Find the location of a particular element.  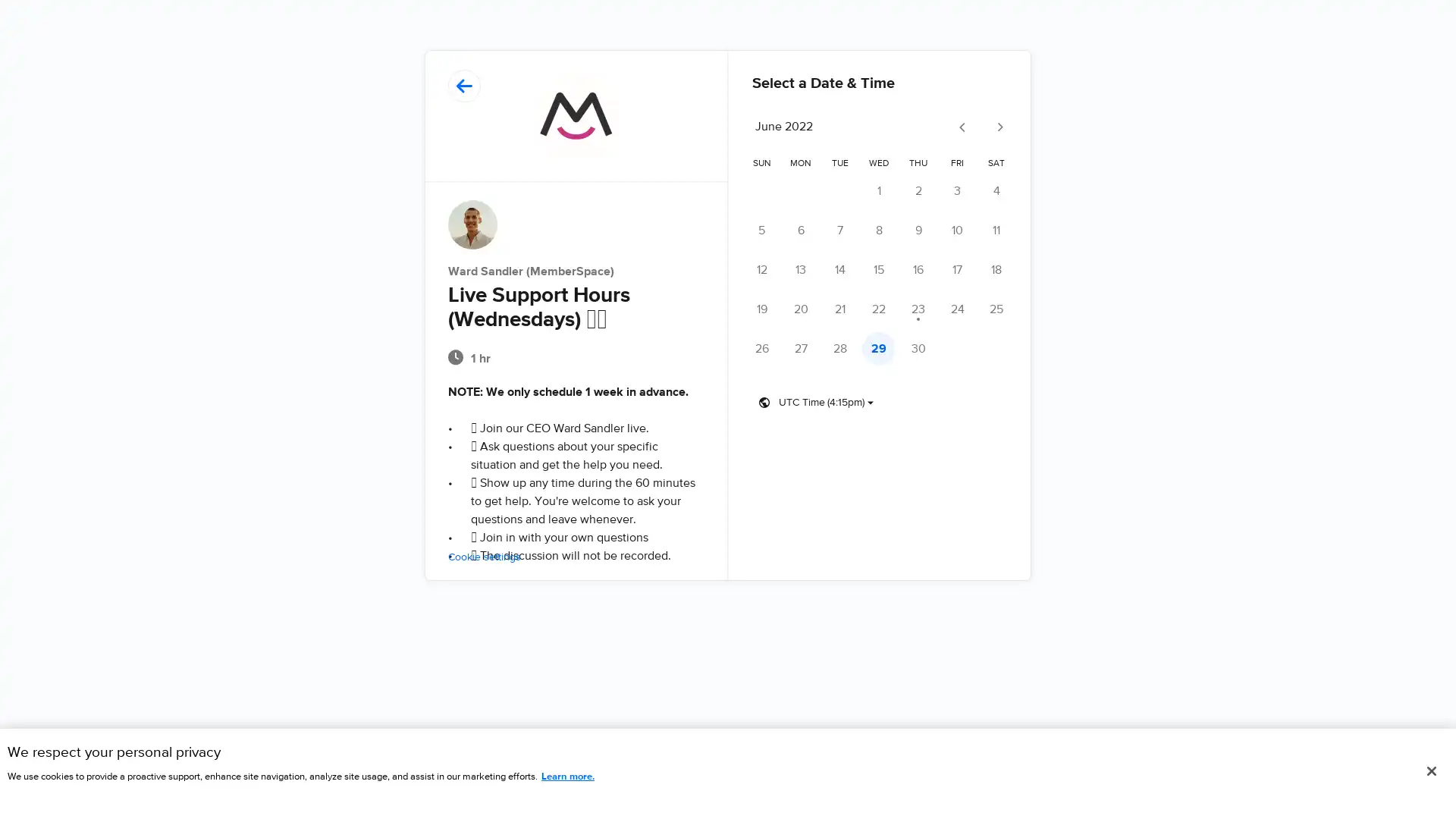

Friday, June 17 - No times available is located at coordinates (956, 268).